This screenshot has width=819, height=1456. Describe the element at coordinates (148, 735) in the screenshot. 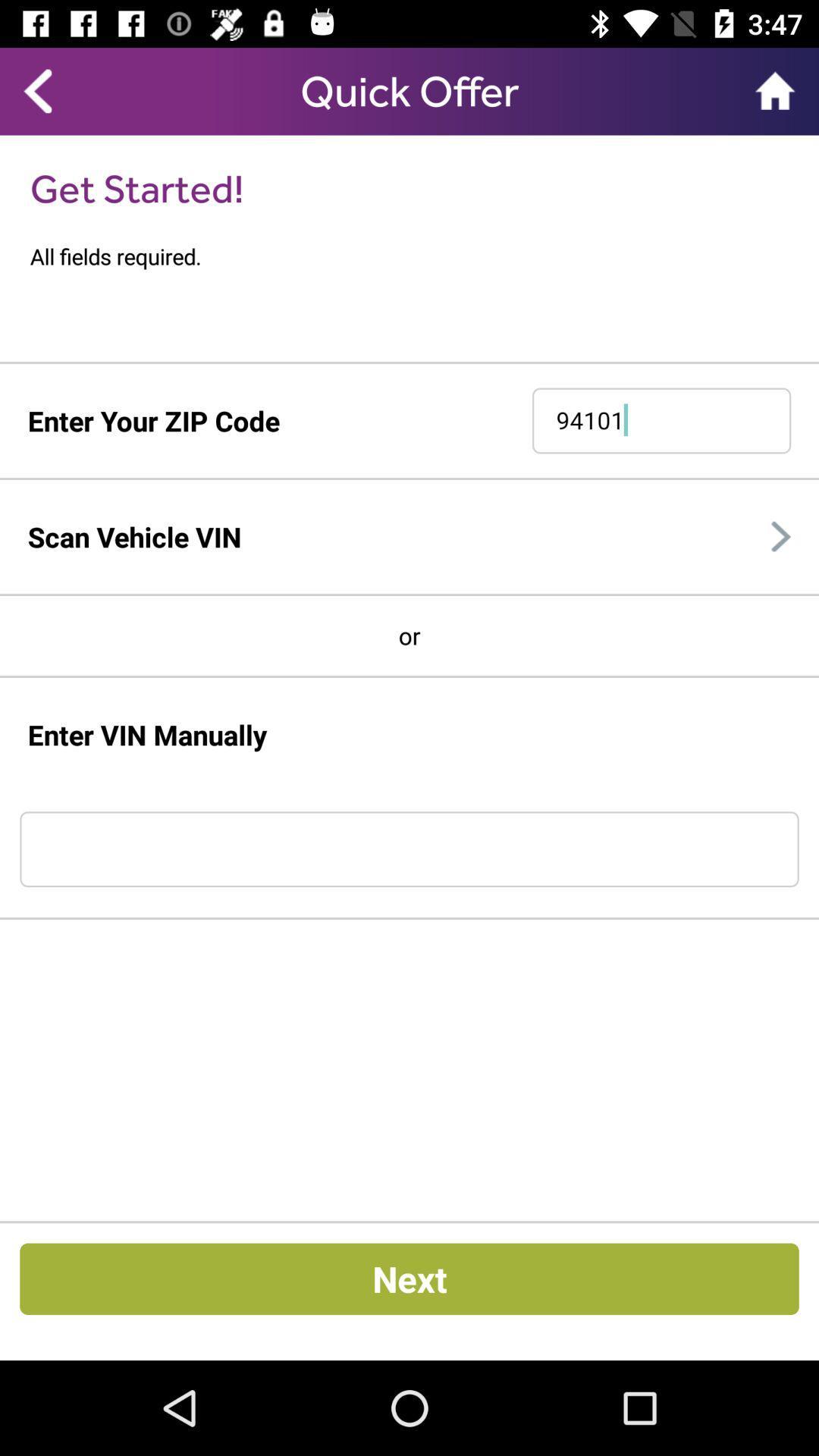

I see `the enter vin manually` at that location.